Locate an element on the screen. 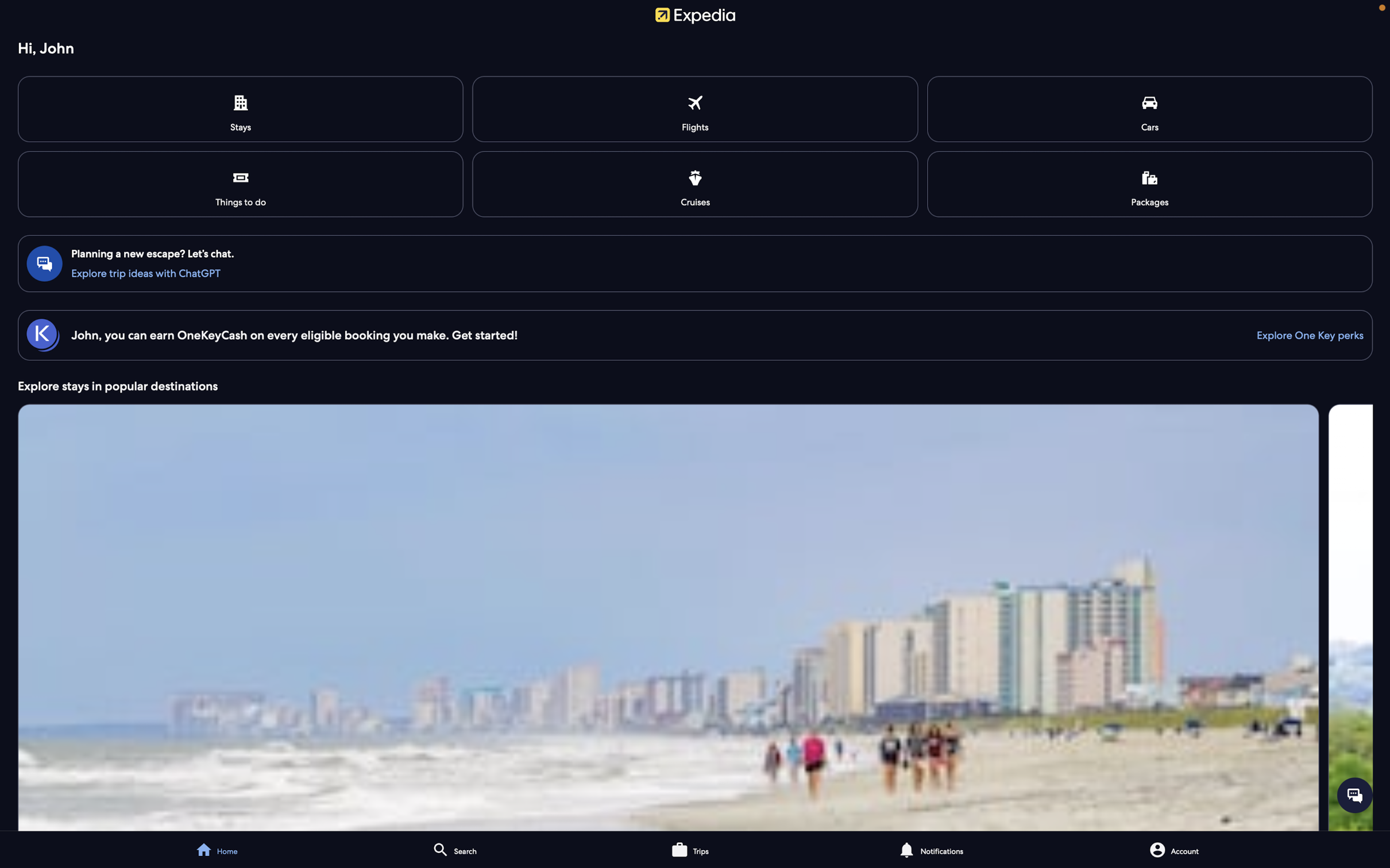 The image size is (1390, 868). Browse and schedule package bookings is located at coordinates (1149, 183).